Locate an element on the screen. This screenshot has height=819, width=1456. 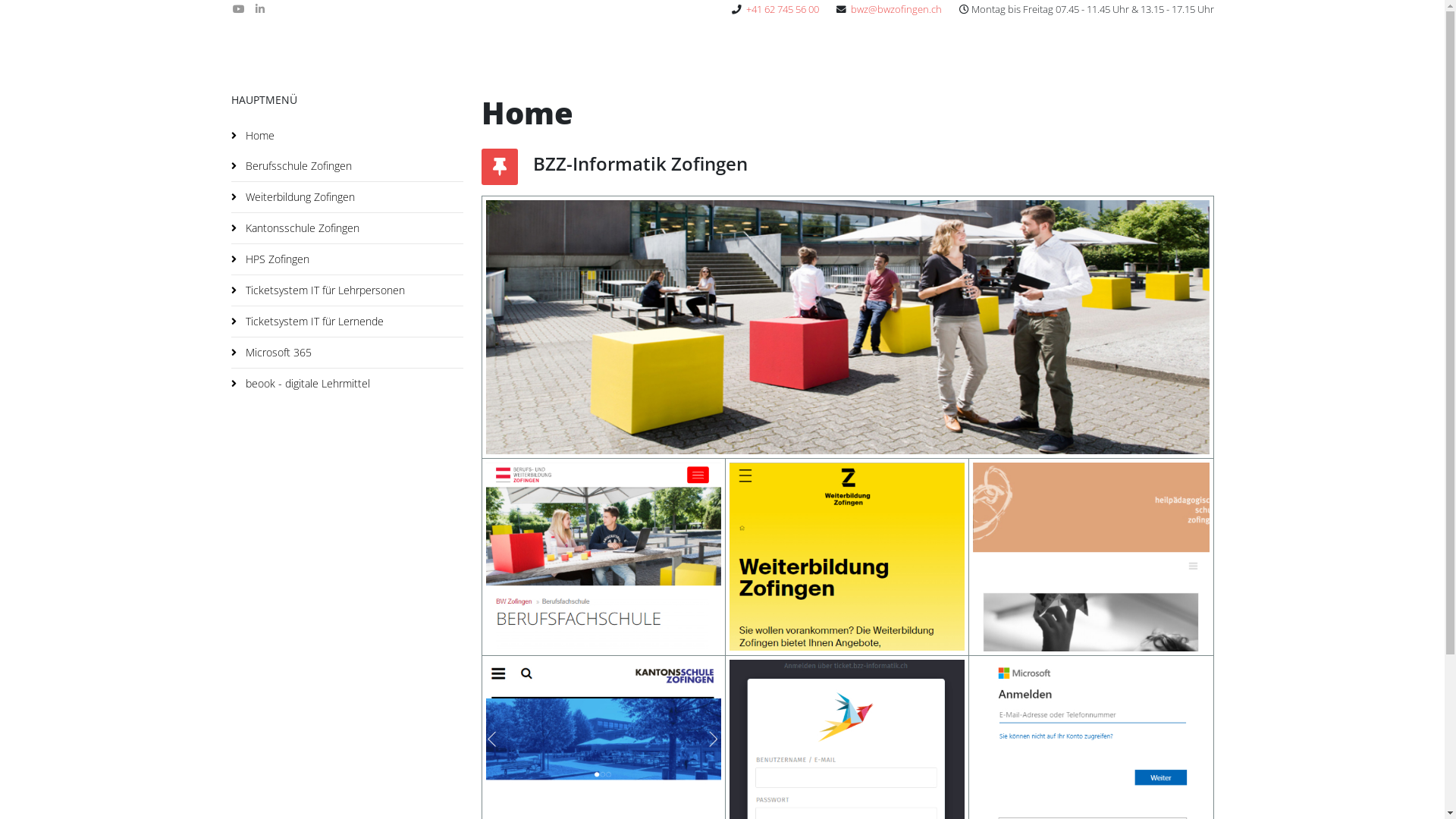
'Kantonsschule Zofingen' is located at coordinates (345, 227).